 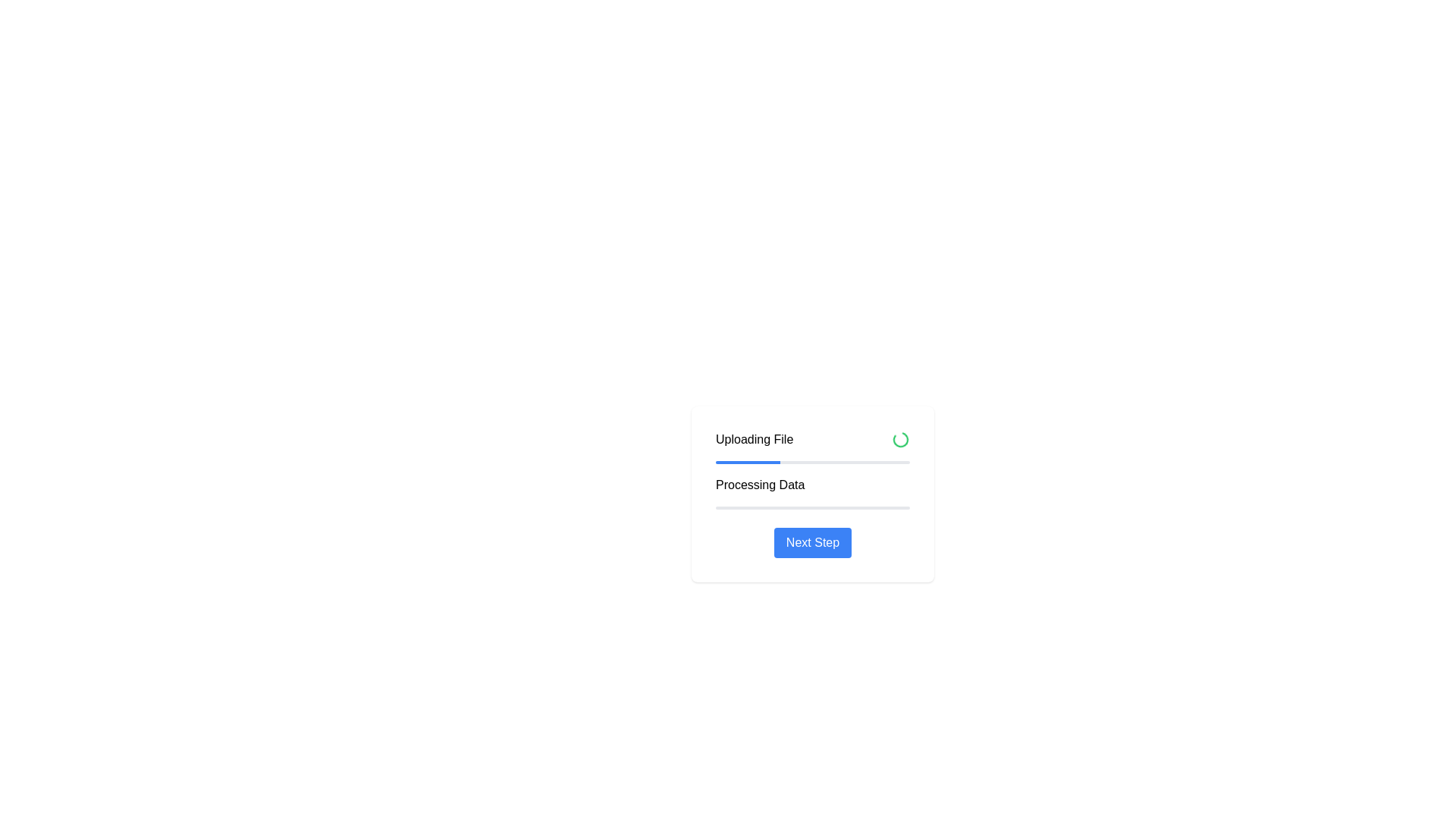 What do you see at coordinates (715, 461) in the screenshot?
I see `the progress bar` at bounding box center [715, 461].